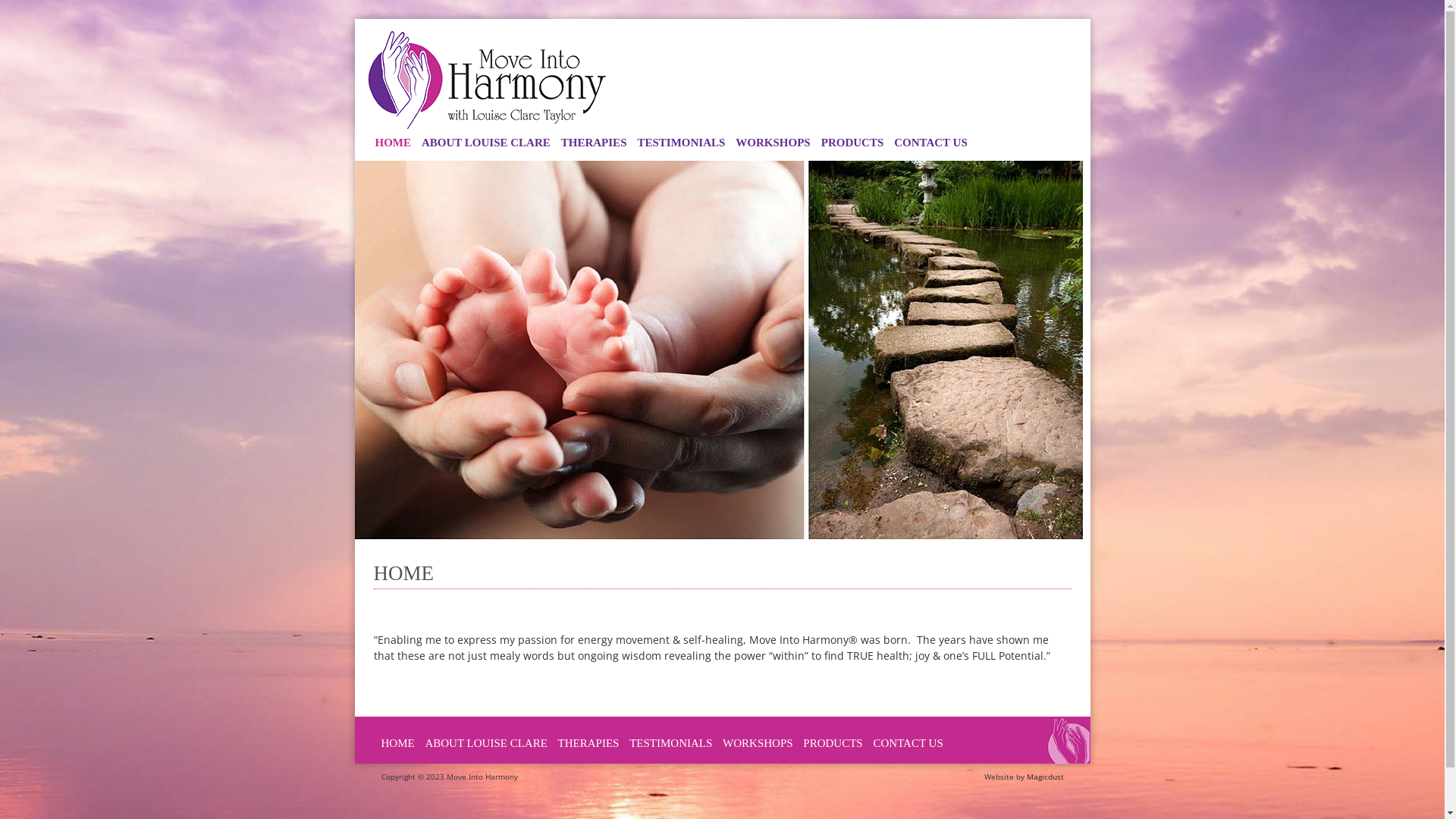  I want to click on 'TESTIMONIALS', so click(670, 742).